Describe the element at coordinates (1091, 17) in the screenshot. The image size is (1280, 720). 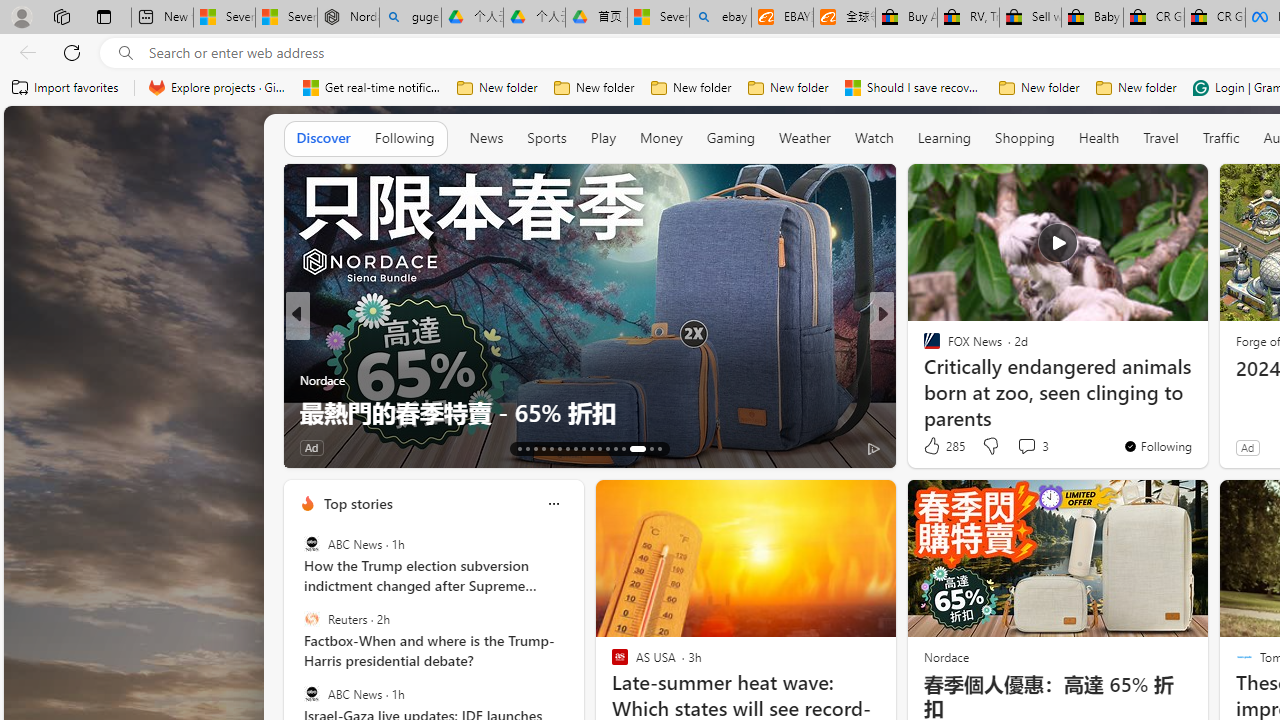
I see `'Baby Keepsakes & Announcements for sale | eBay'` at that location.